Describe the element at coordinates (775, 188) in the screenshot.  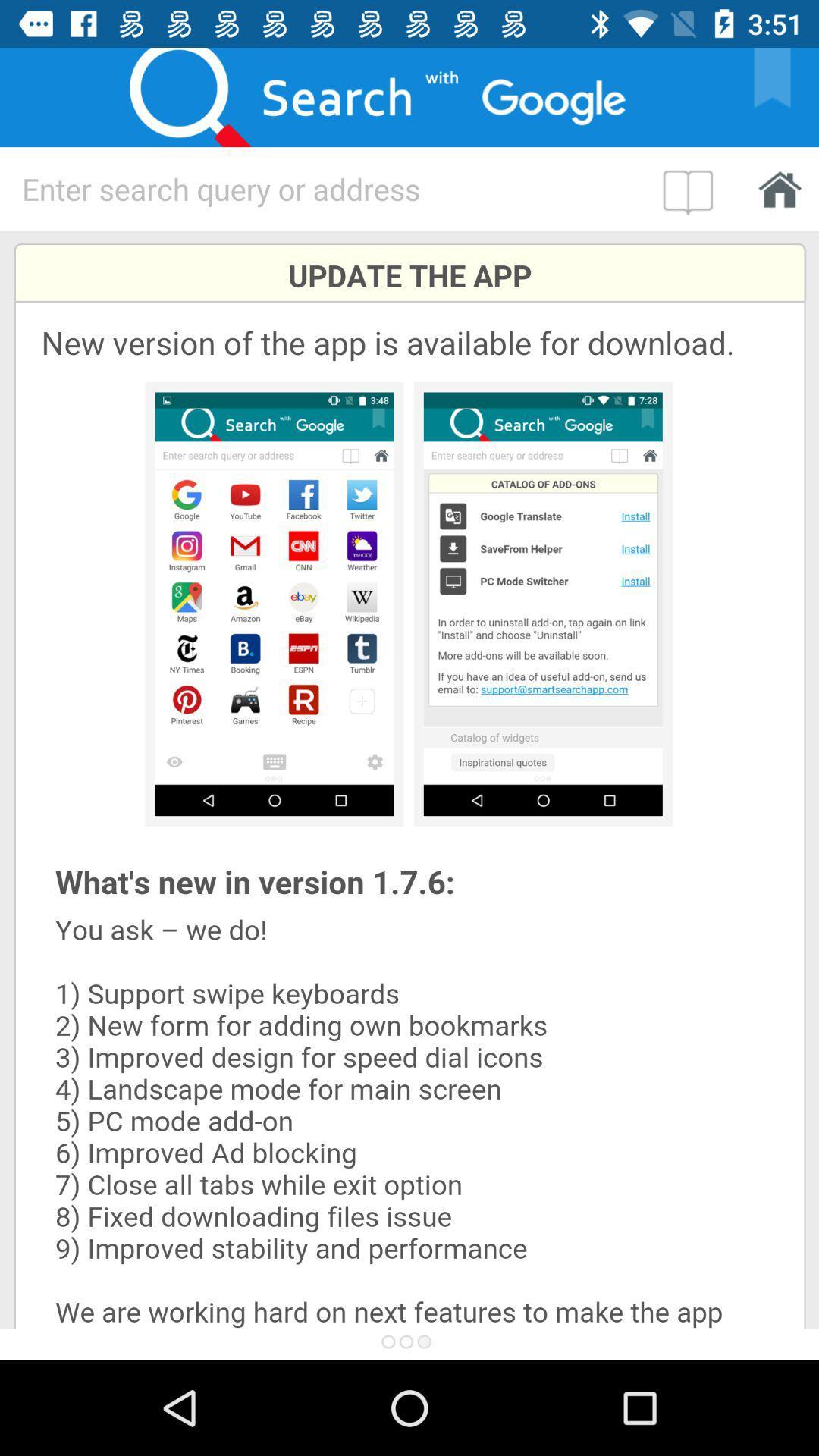
I see `the home icon` at that location.